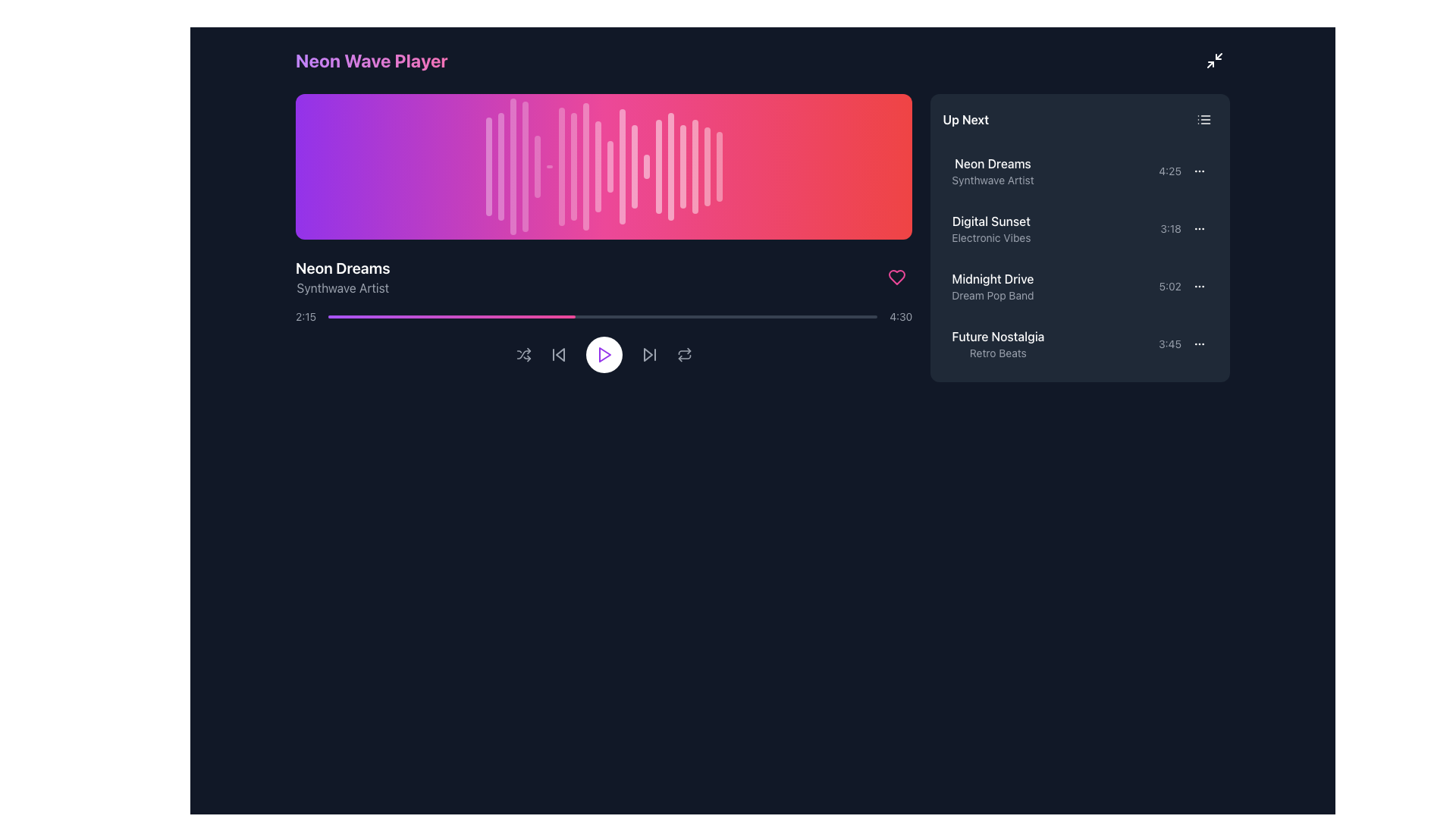 The width and height of the screenshot is (1456, 819). I want to click on the second song entry in the playlist, located in the 'Up Next' section, to play the song, so click(1079, 228).